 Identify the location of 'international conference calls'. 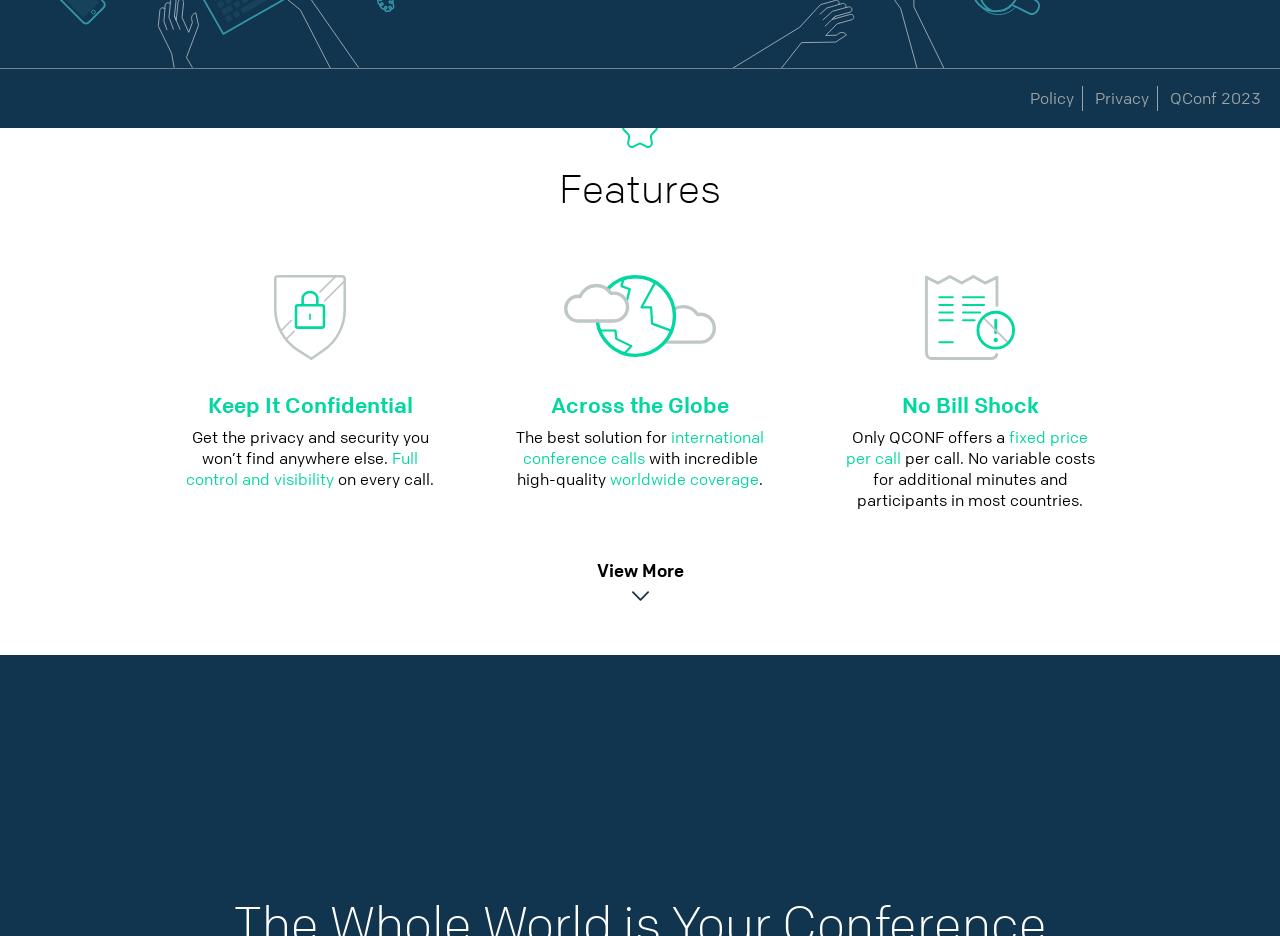
(642, 447).